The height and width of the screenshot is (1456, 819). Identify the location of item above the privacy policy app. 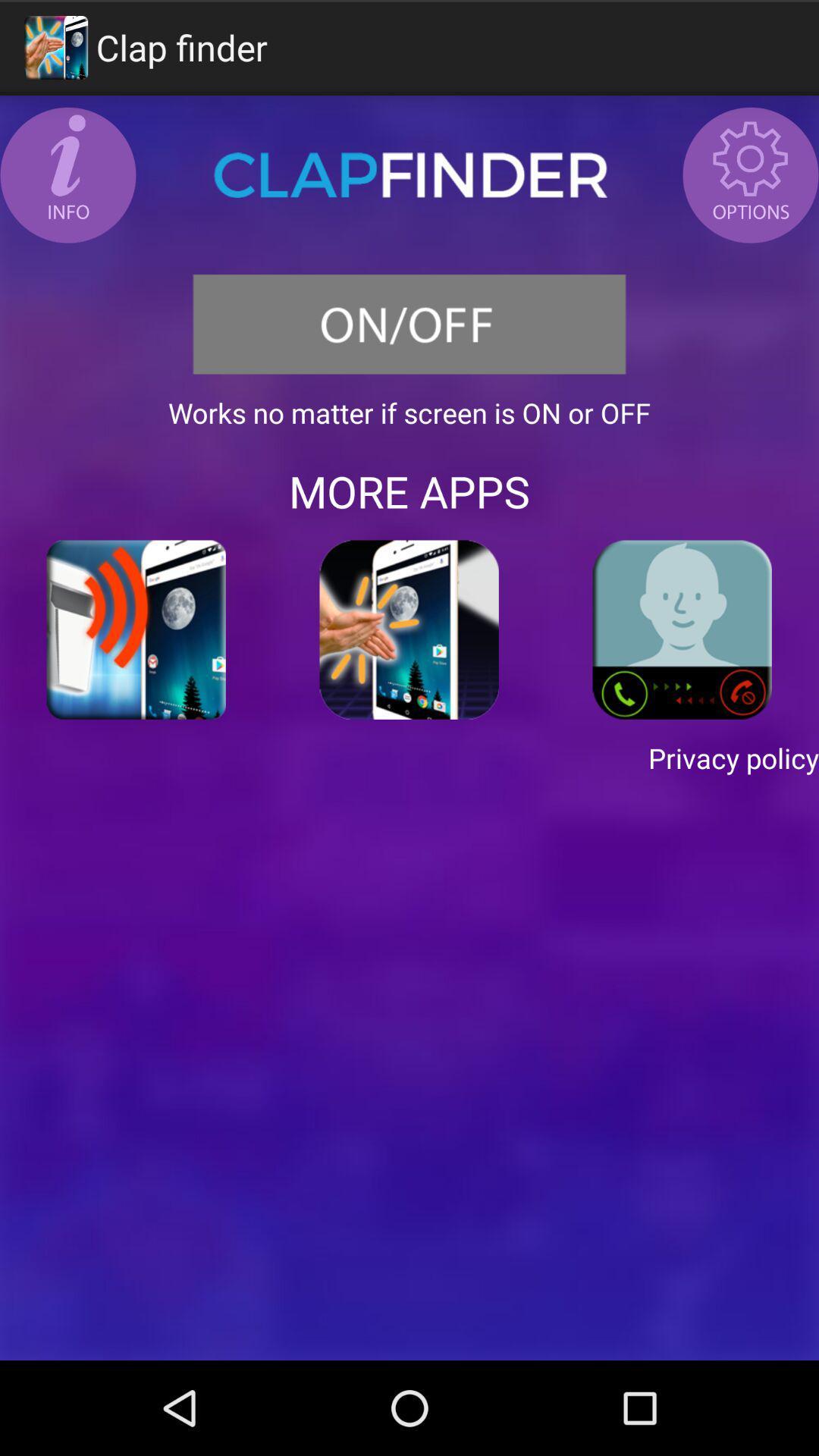
(681, 629).